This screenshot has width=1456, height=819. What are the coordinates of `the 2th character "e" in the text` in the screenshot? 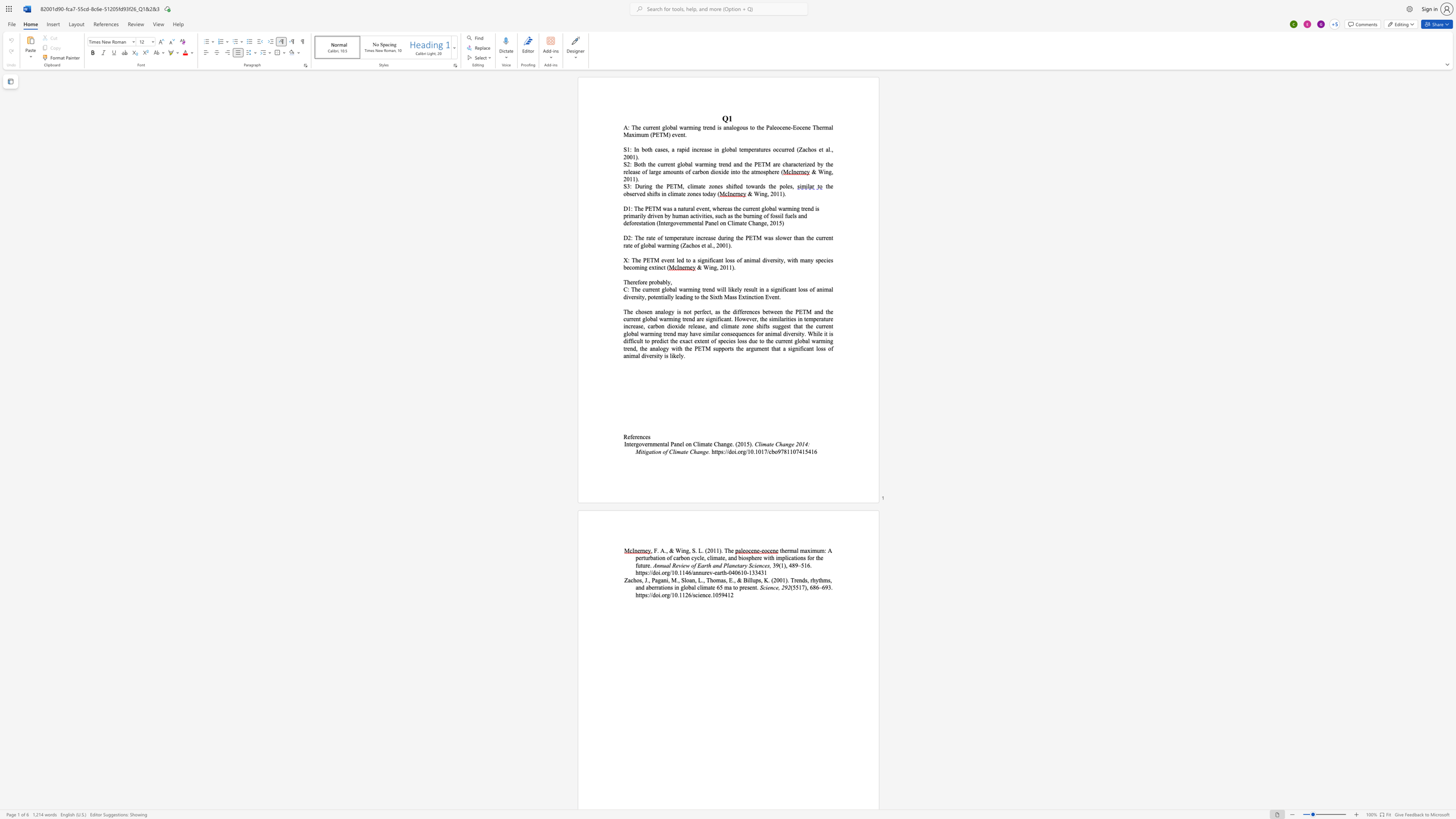 It's located at (801, 164).